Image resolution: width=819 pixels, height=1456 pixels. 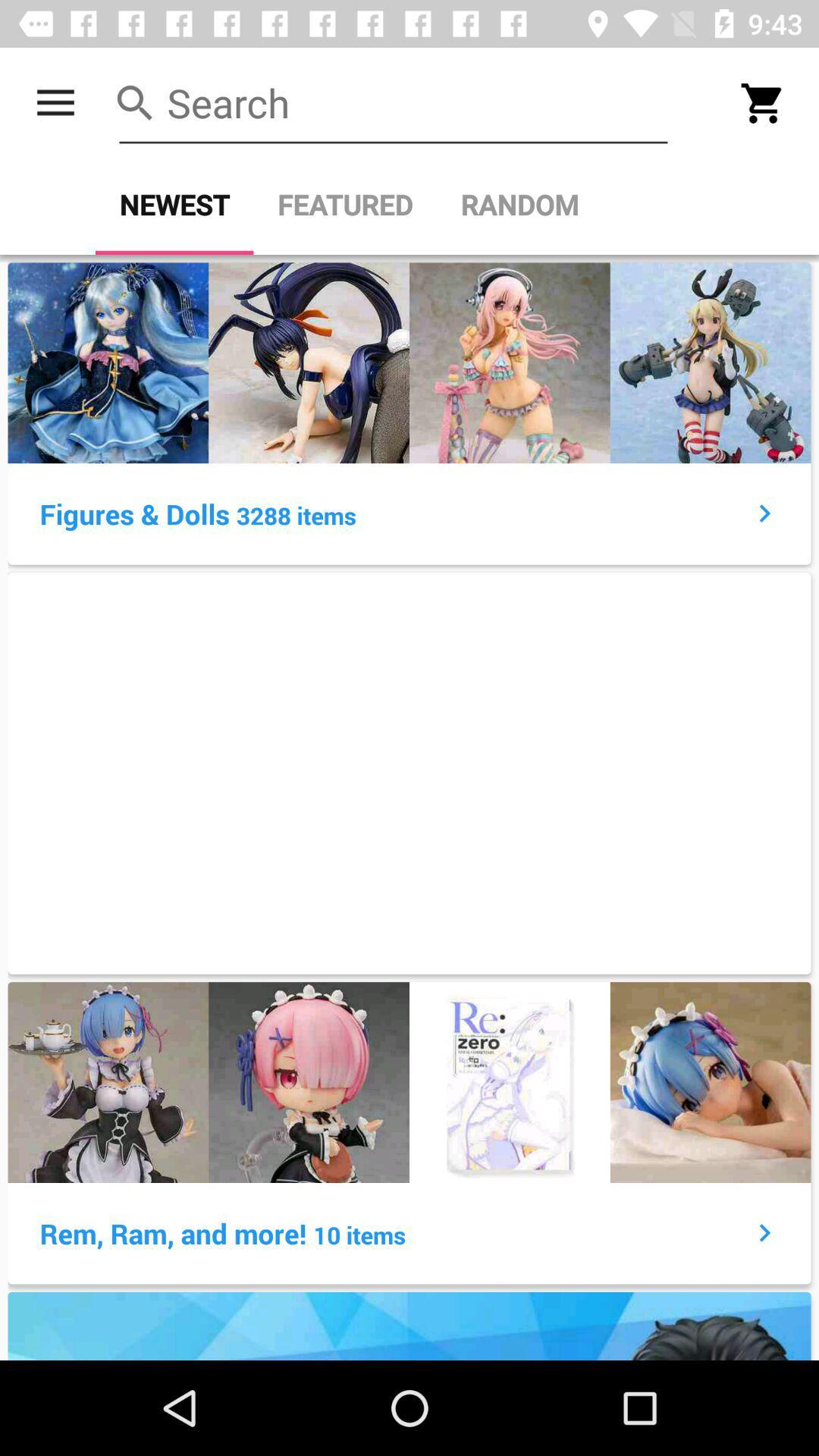 What do you see at coordinates (174, 204) in the screenshot?
I see `icon to the left of the featured item` at bounding box center [174, 204].